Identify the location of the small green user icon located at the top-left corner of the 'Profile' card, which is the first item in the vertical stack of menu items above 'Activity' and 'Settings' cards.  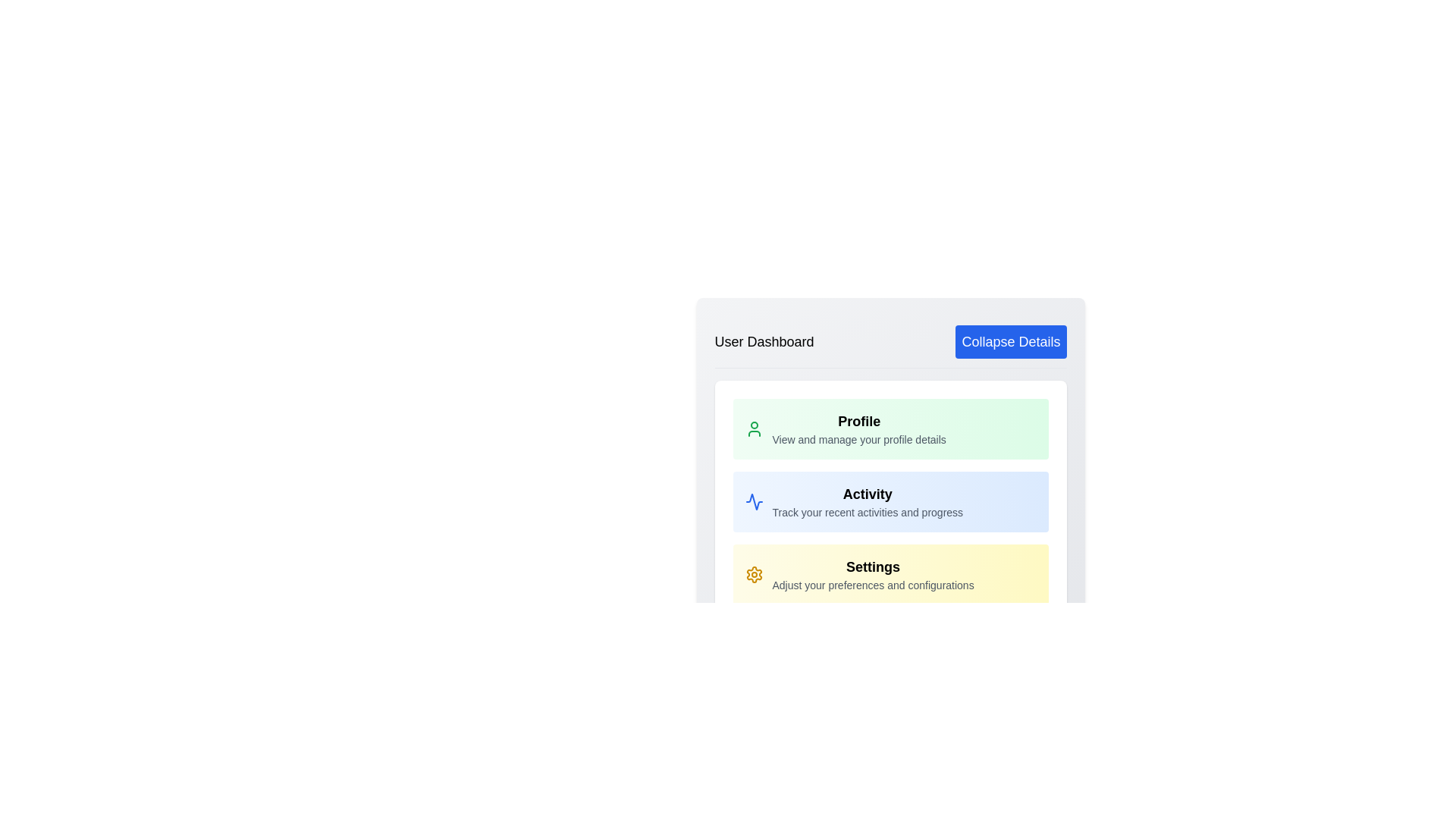
(754, 429).